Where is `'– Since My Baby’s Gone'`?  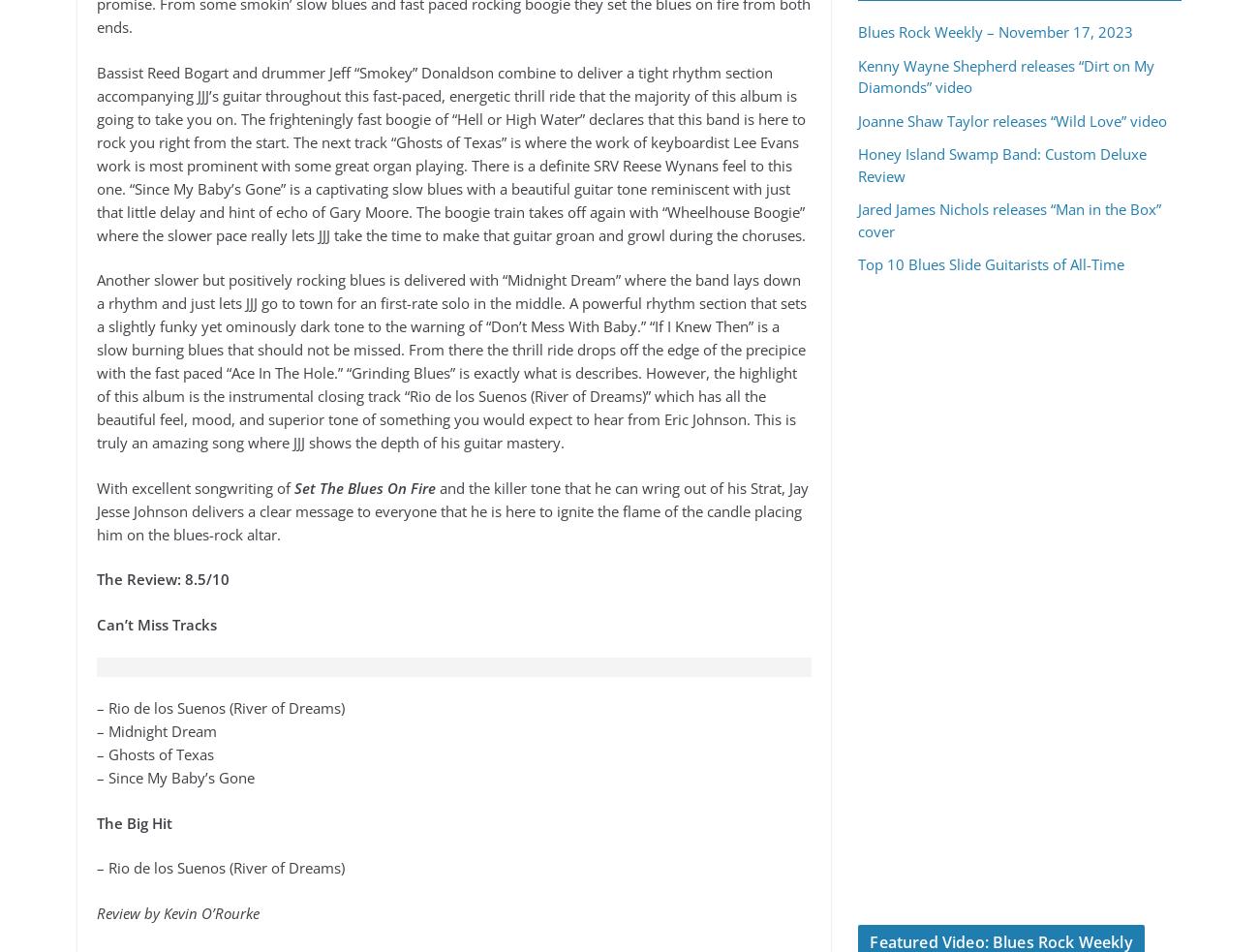 '– Since My Baby’s Gone' is located at coordinates (96, 777).